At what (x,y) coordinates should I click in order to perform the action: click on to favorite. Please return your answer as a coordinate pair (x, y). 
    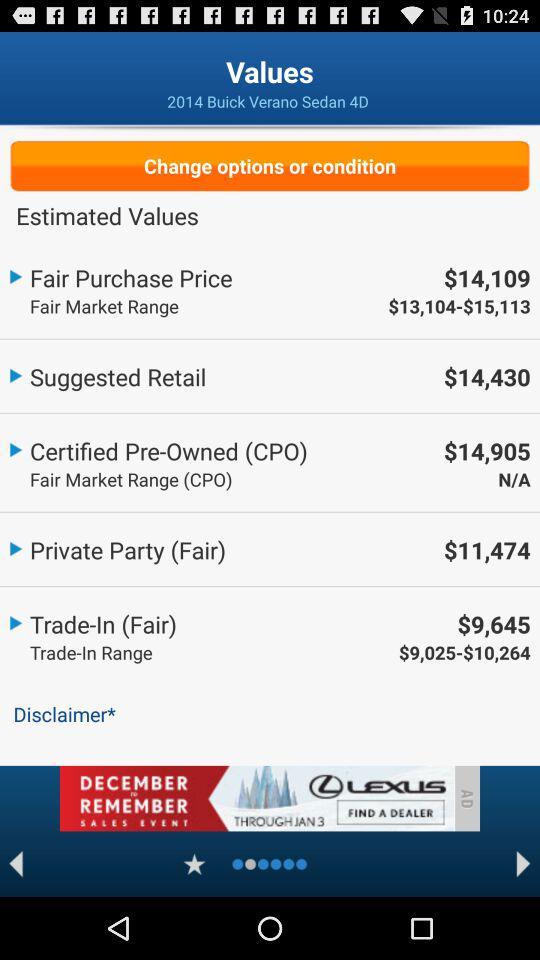
    Looking at the image, I should click on (194, 863).